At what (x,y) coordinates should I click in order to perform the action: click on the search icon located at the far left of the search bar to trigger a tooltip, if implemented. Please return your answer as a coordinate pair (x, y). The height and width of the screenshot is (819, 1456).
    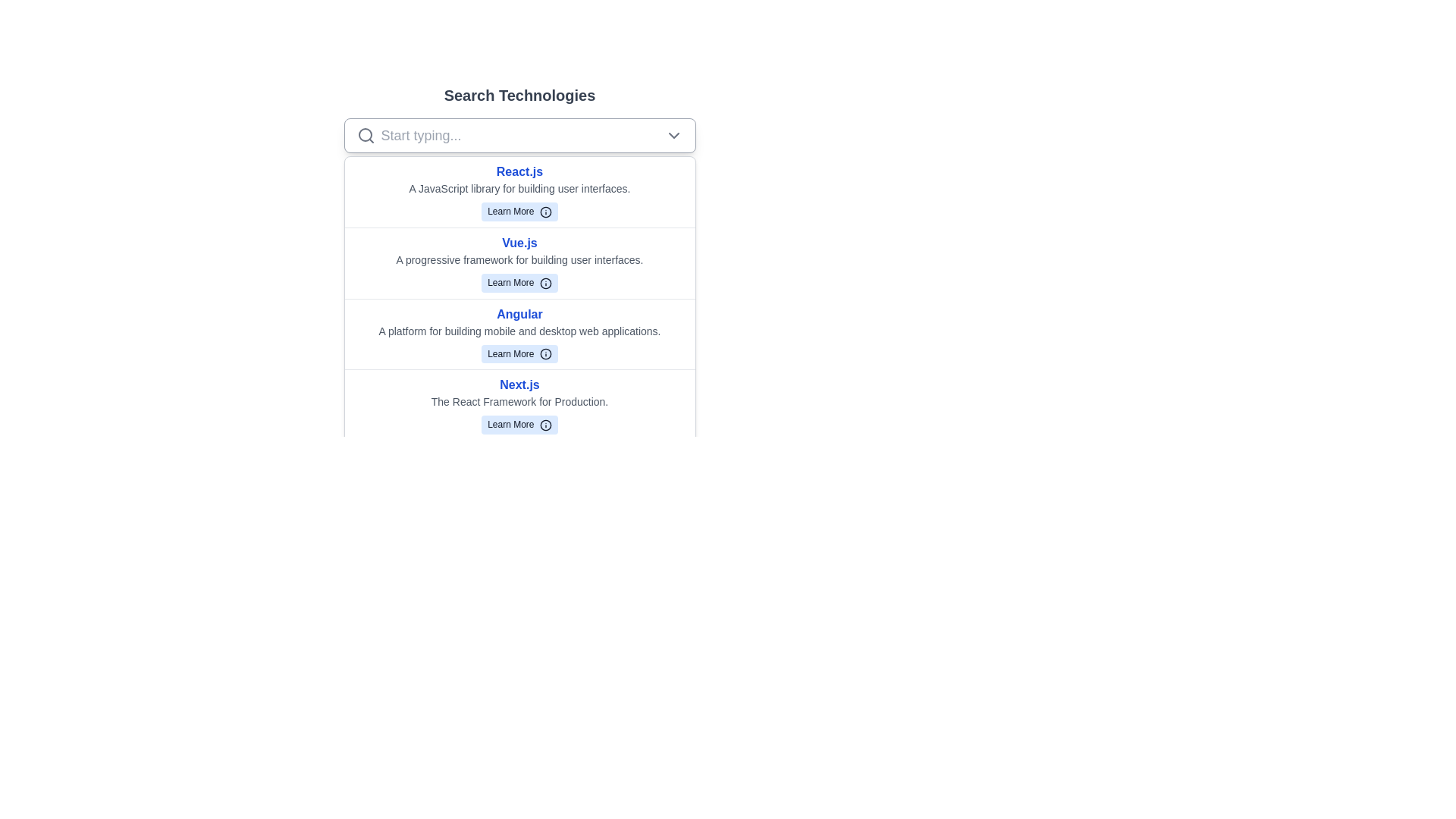
    Looking at the image, I should click on (366, 134).